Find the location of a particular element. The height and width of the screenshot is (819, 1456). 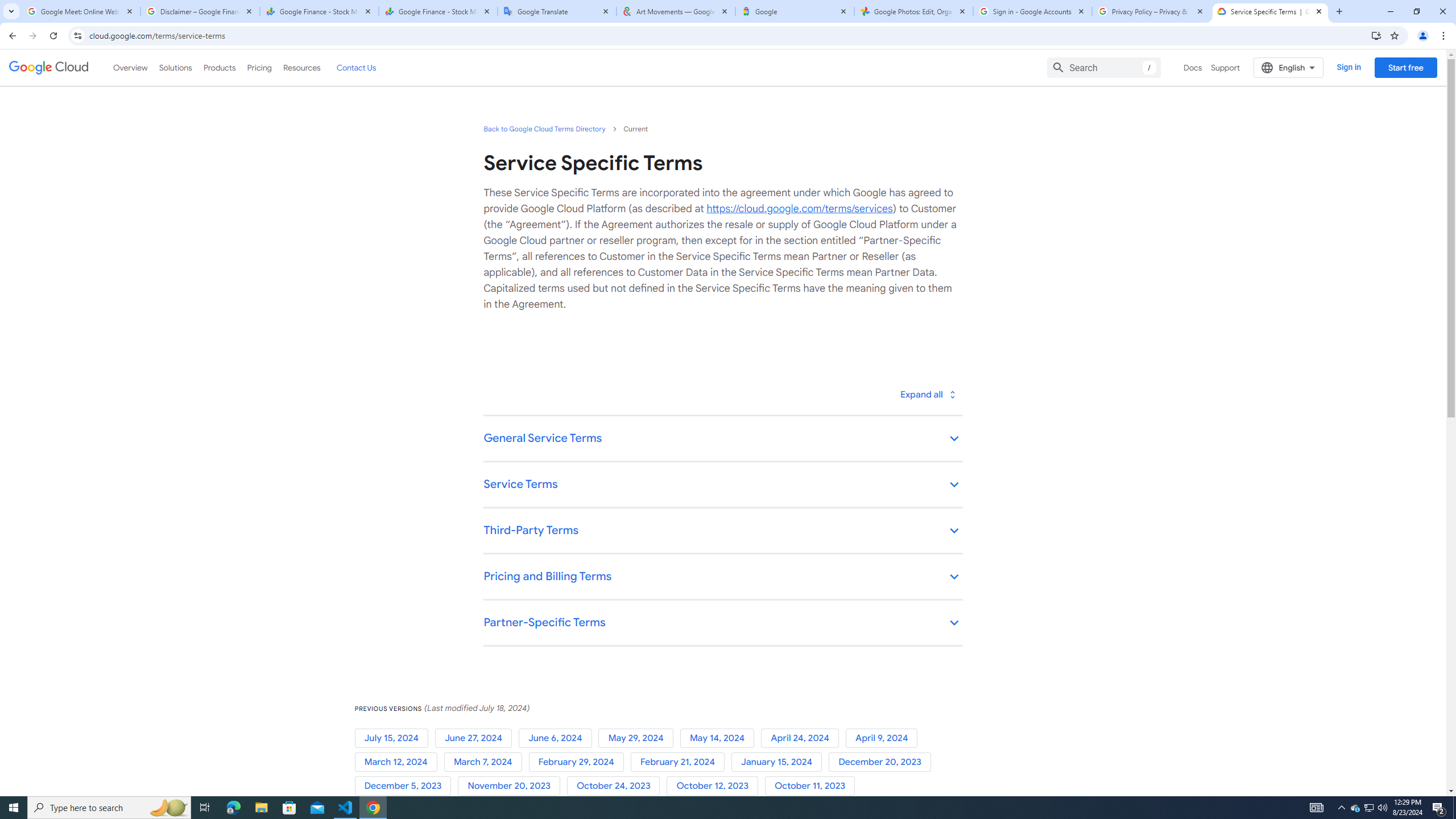

'Pricing' is located at coordinates (259, 67).